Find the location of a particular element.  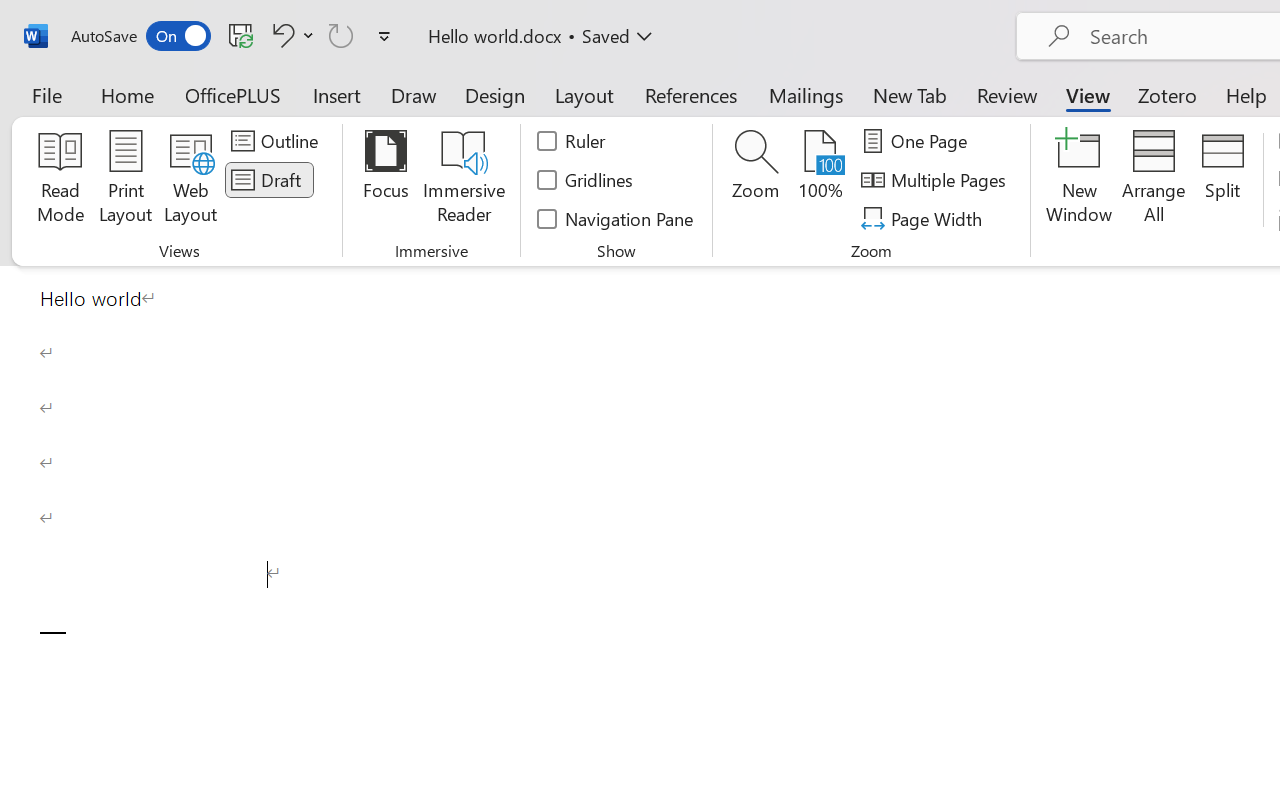

'Quick Access Toolbar' is located at coordinates (234, 35).